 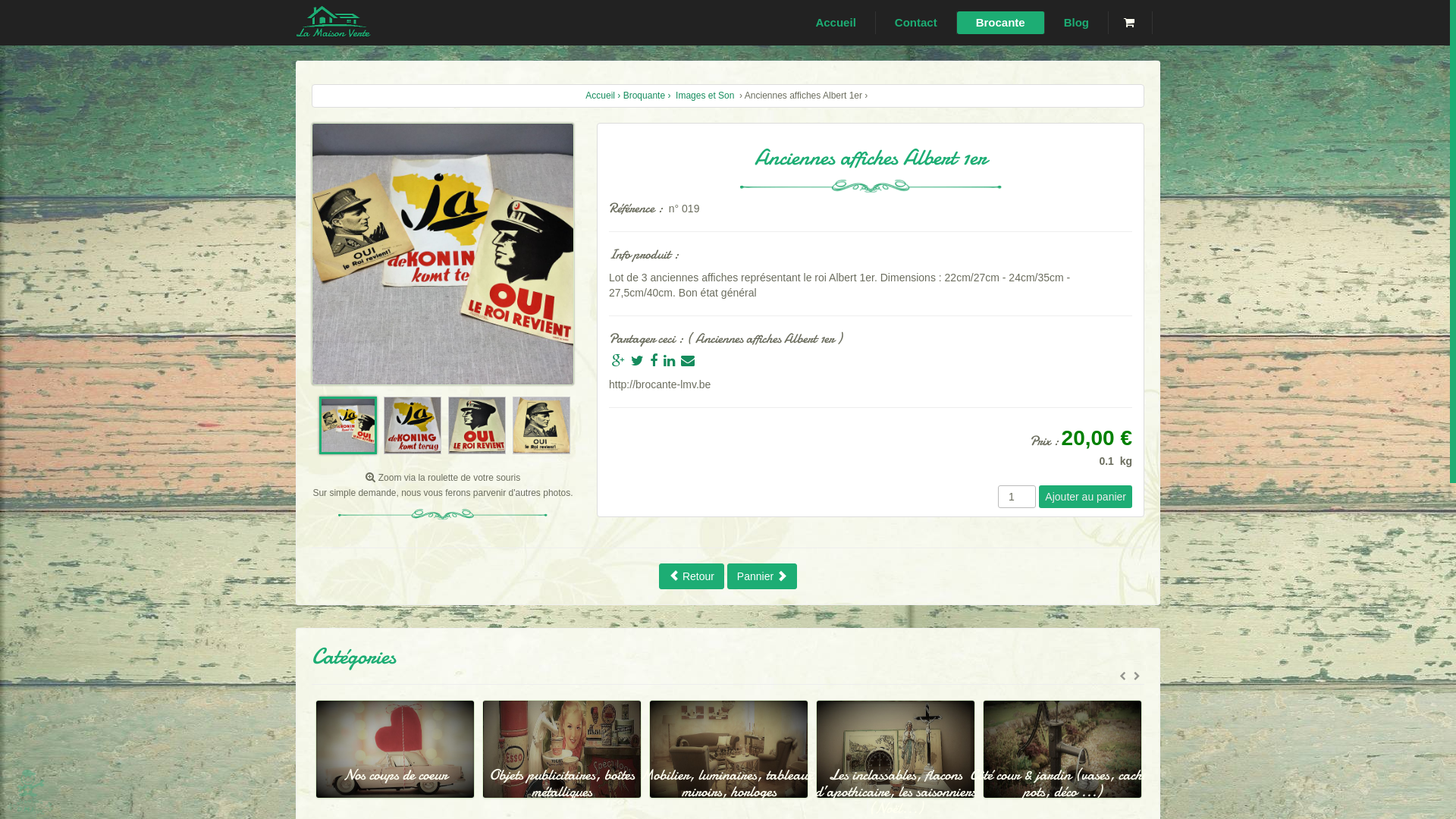 What do you see at coordinates (412, 425) in the screenshot?
I see `'Image 2'` at bounding box center [412, 425].